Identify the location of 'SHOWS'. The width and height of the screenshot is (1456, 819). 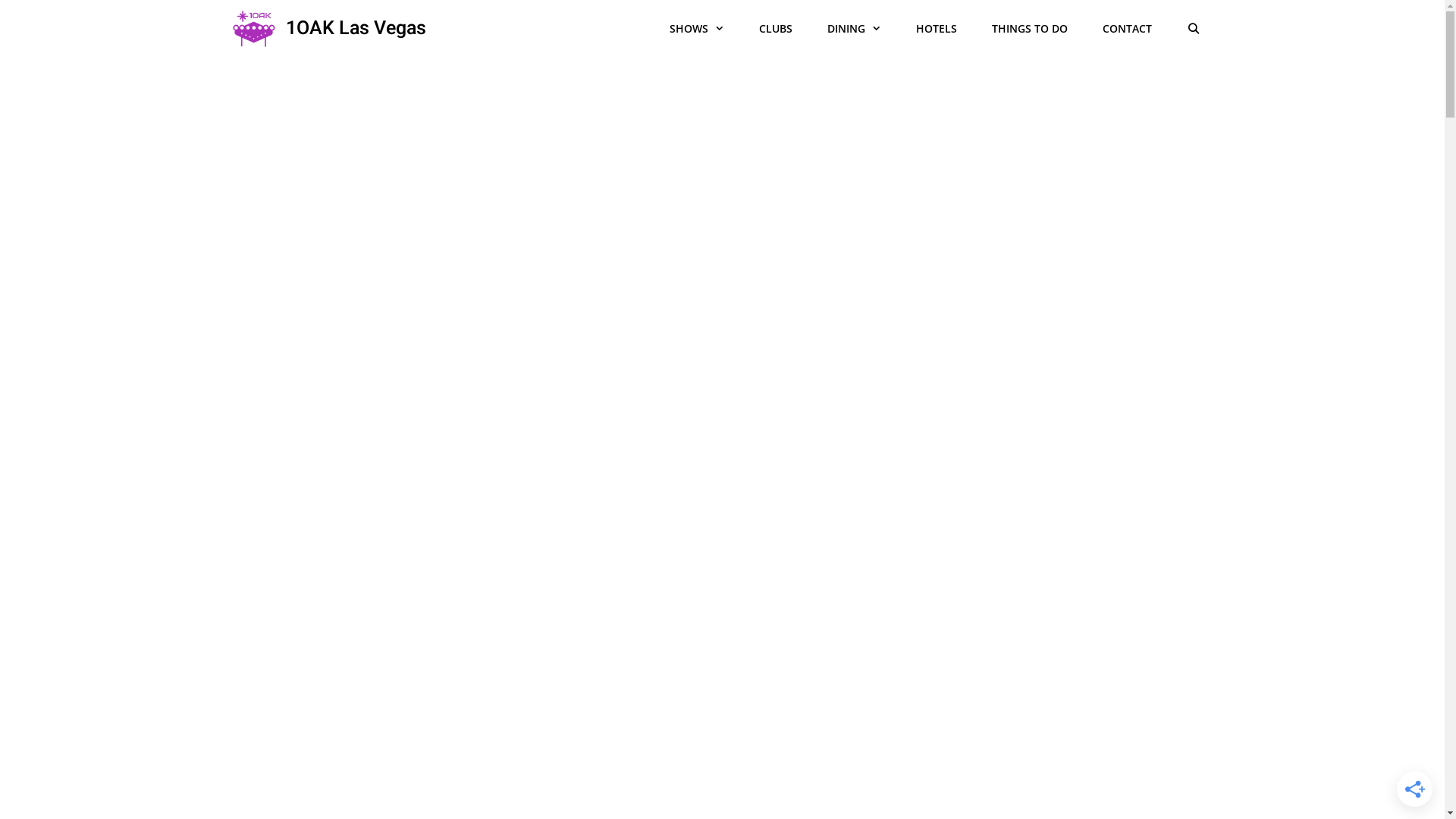
(695, 29).